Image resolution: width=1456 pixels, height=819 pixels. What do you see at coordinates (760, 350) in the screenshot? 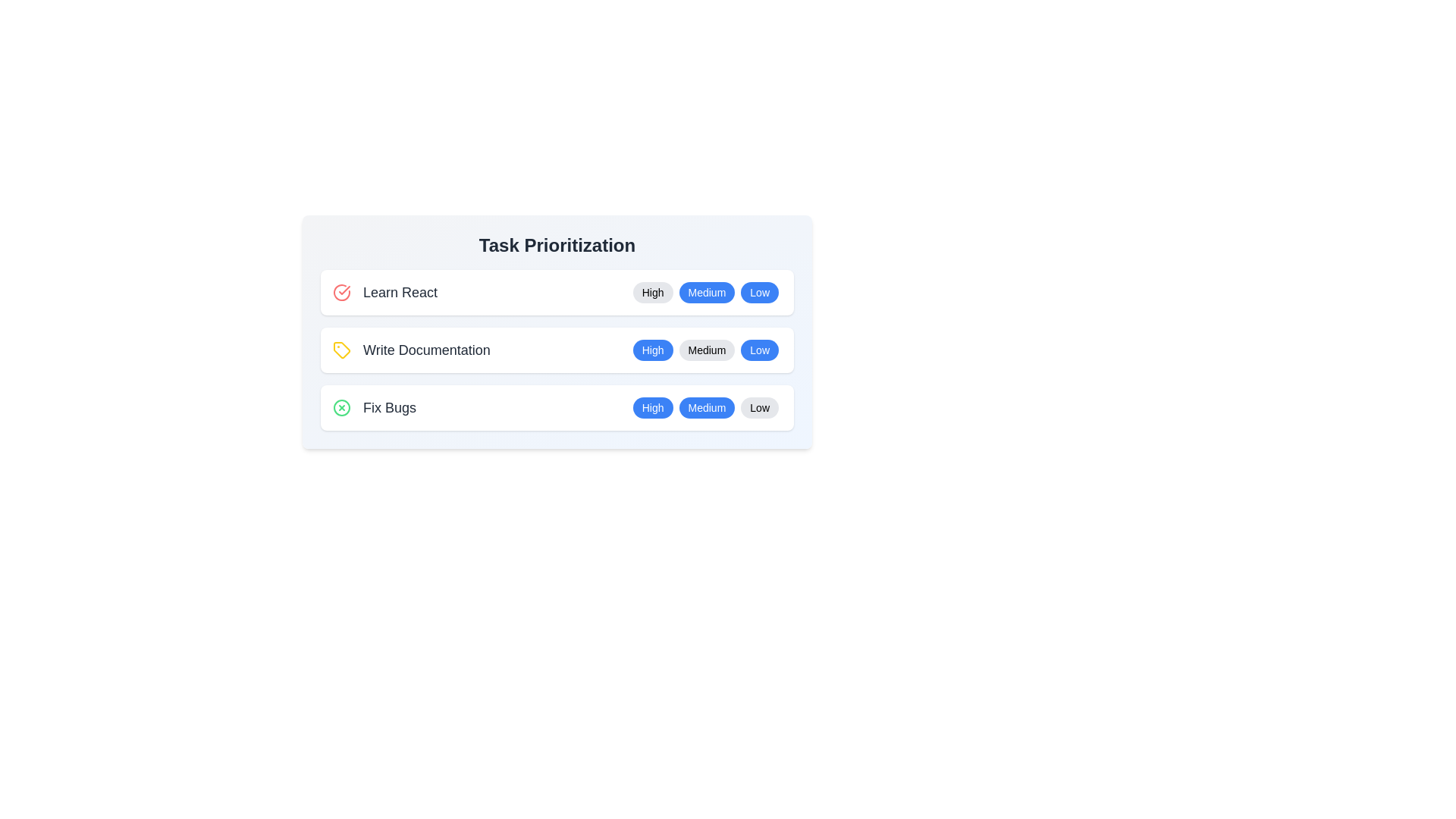
I see `the priority Low for the task Write Documentation` at bounding box center [760, 350].